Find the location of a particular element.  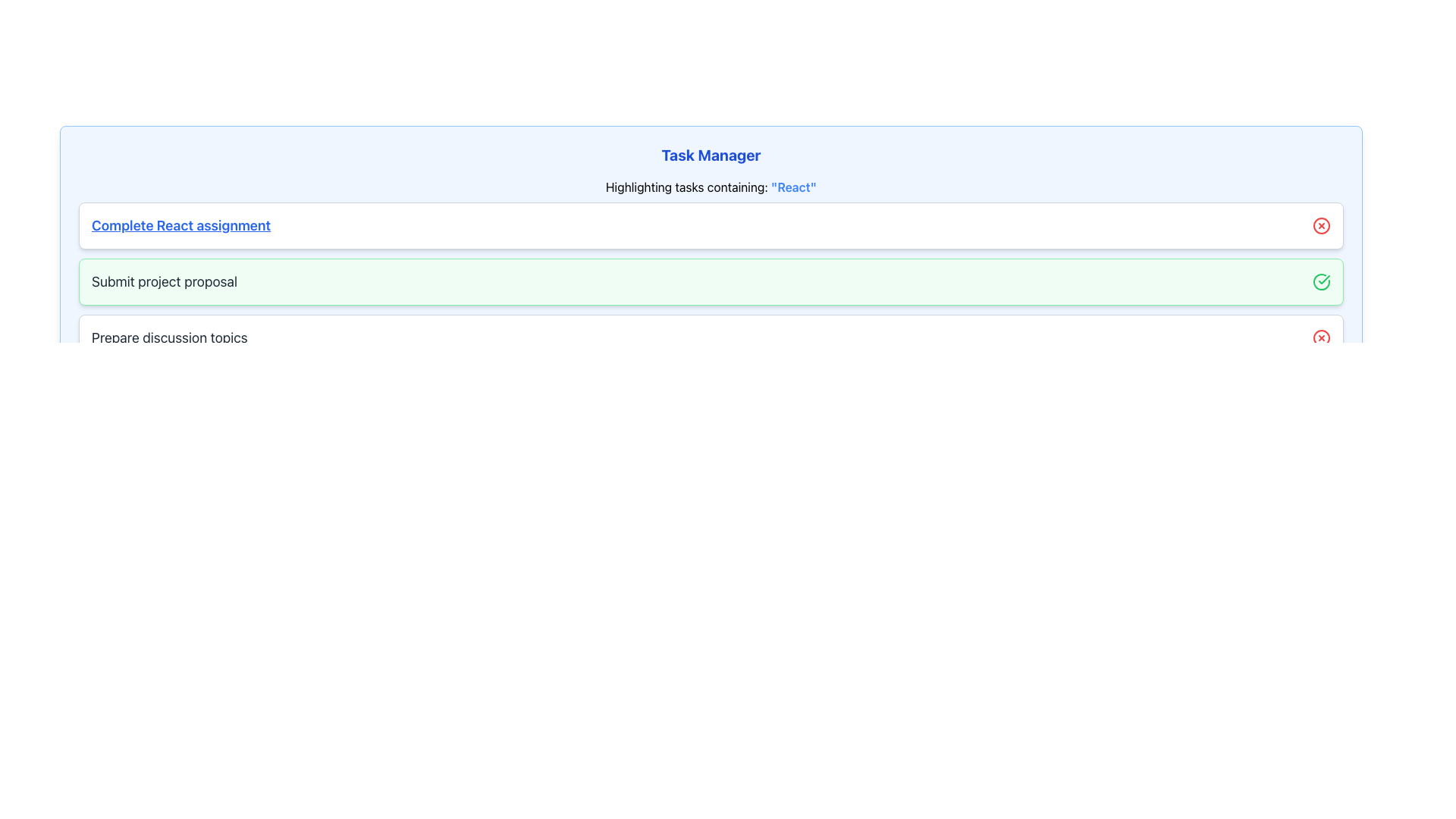

the text label 'Prepare discussion topics', which is the last item in the task management system, located below 'Submit project proposal' is located at coordinates (169, 337).